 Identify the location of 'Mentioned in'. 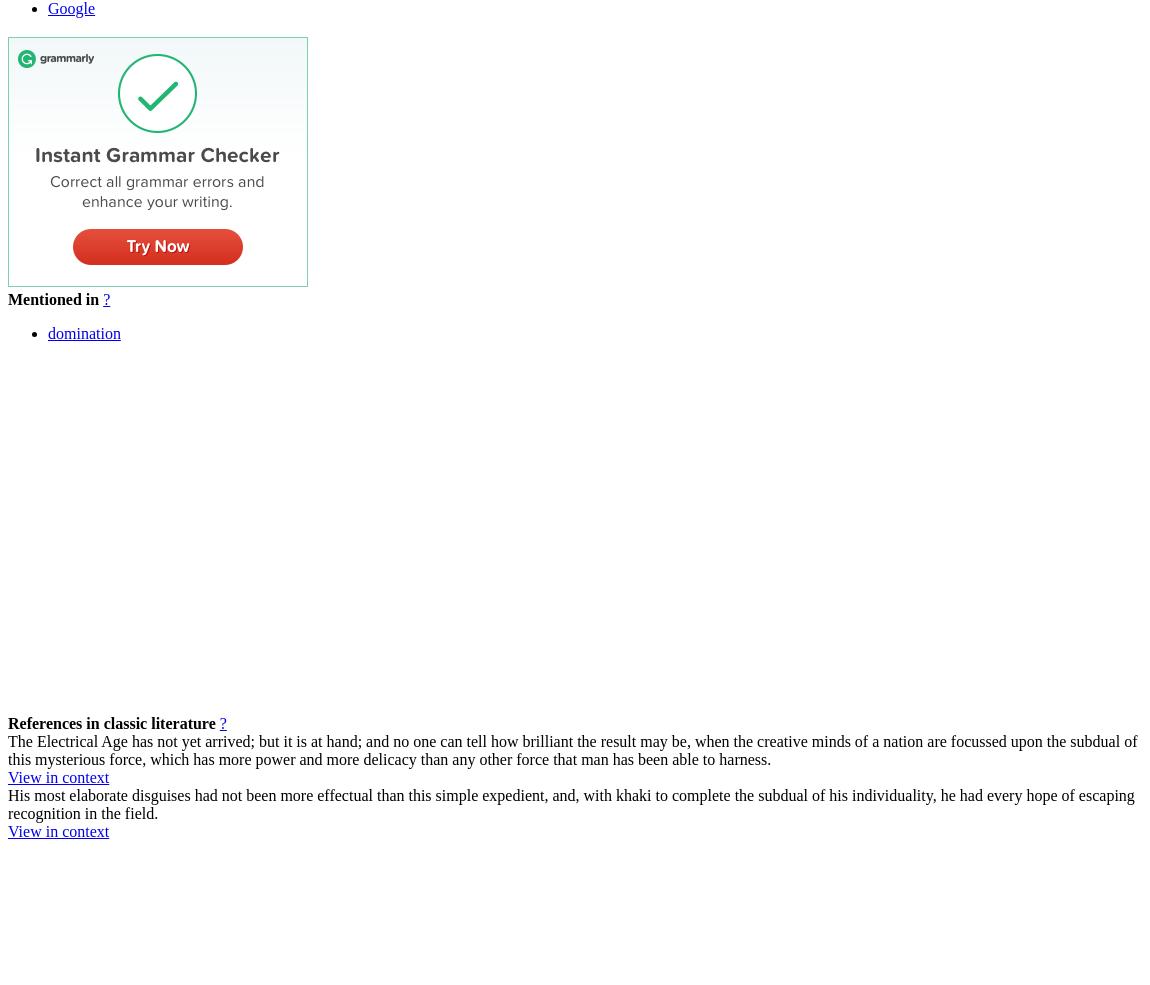
(7, 298).